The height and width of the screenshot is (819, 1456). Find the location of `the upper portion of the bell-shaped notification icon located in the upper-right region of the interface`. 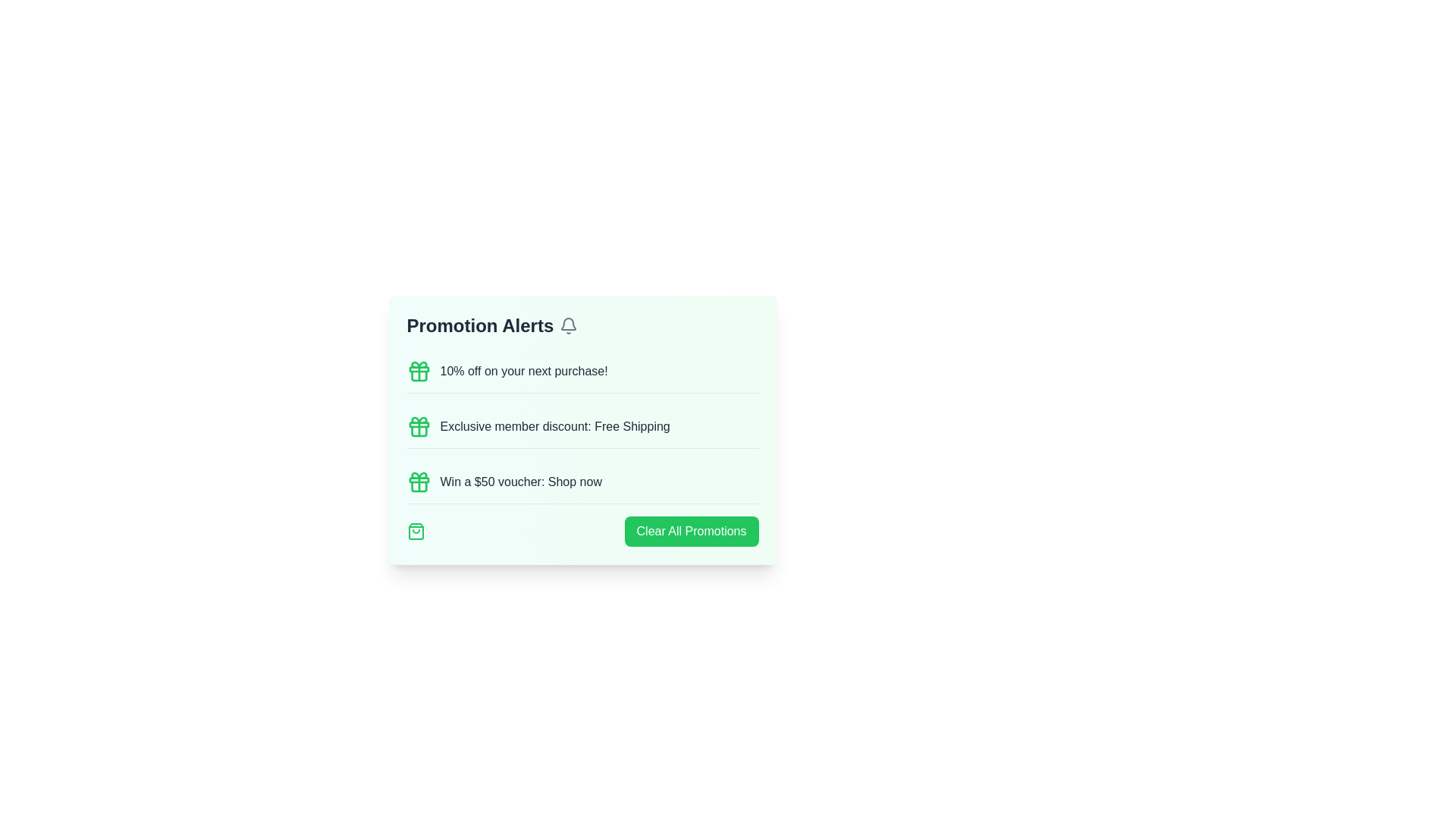

the upper portion of the bell-shaped notification icon located in the upper-right region of the interface is located at coordinates (568, 323).